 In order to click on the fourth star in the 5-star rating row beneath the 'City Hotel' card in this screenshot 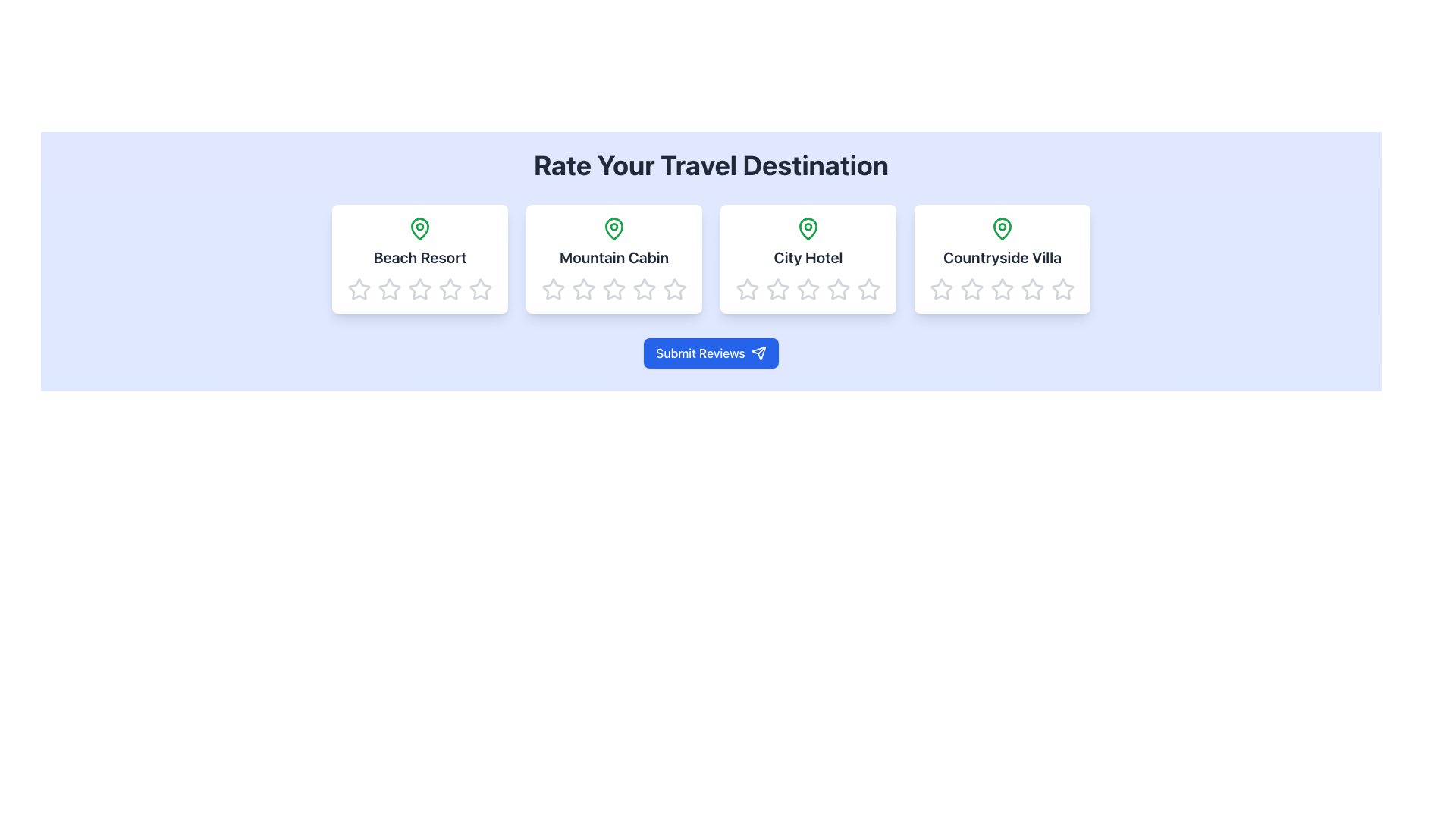, I will do `click(837, 289)`.